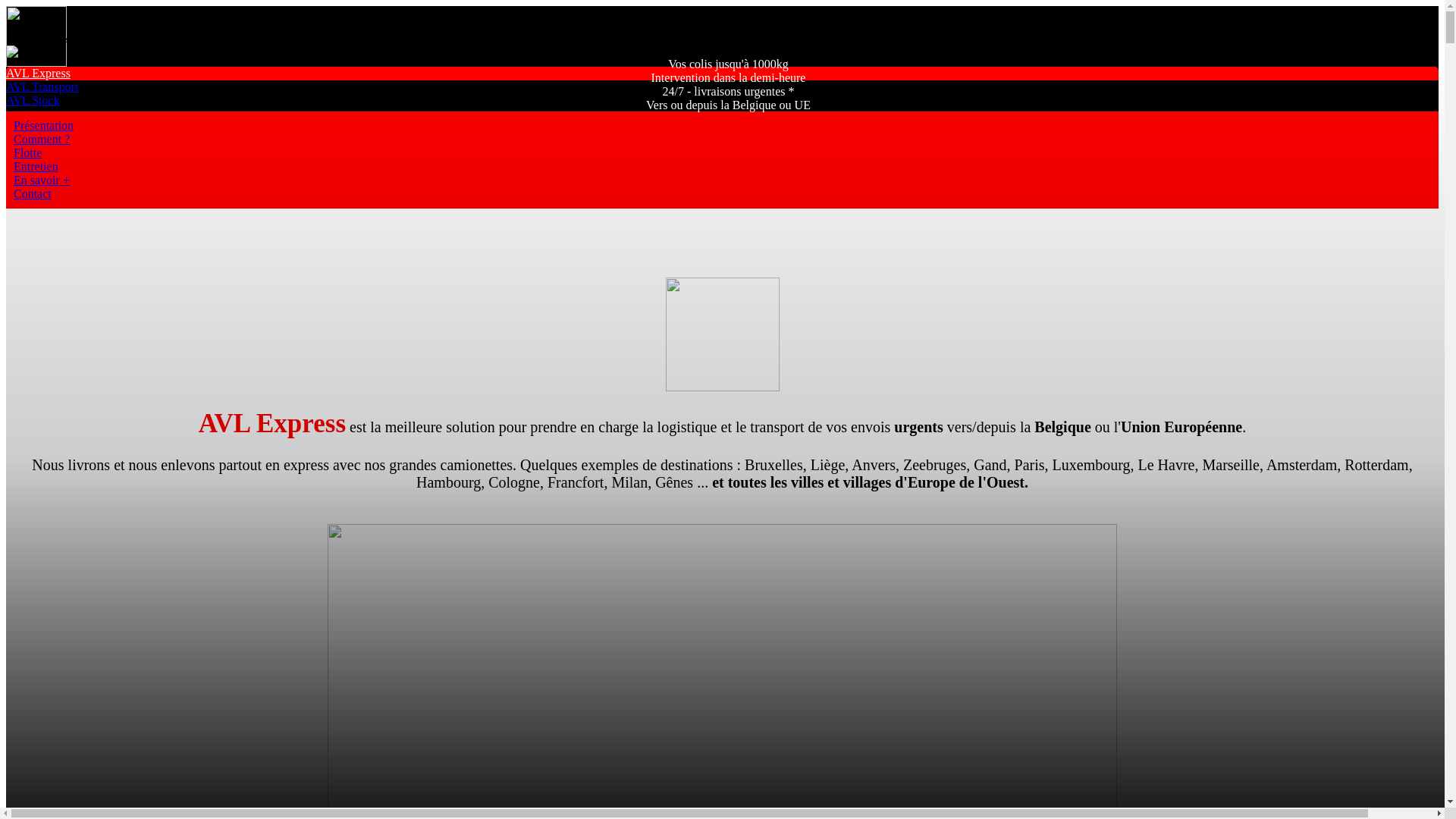 The image size is (1456, 819). I want to click on 'AVL Stock', so click(6, 100).